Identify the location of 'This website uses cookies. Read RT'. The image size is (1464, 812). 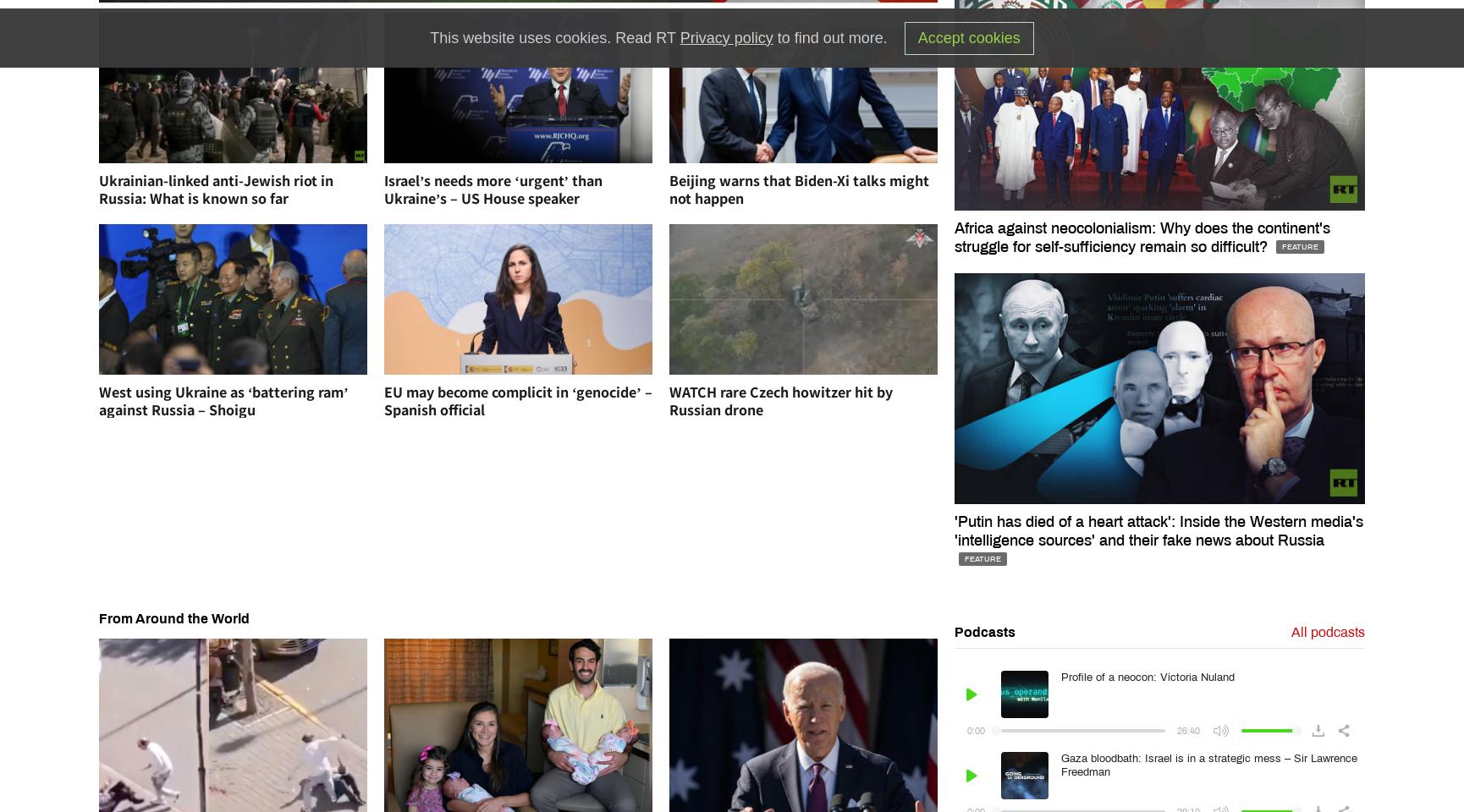
(428, 36).